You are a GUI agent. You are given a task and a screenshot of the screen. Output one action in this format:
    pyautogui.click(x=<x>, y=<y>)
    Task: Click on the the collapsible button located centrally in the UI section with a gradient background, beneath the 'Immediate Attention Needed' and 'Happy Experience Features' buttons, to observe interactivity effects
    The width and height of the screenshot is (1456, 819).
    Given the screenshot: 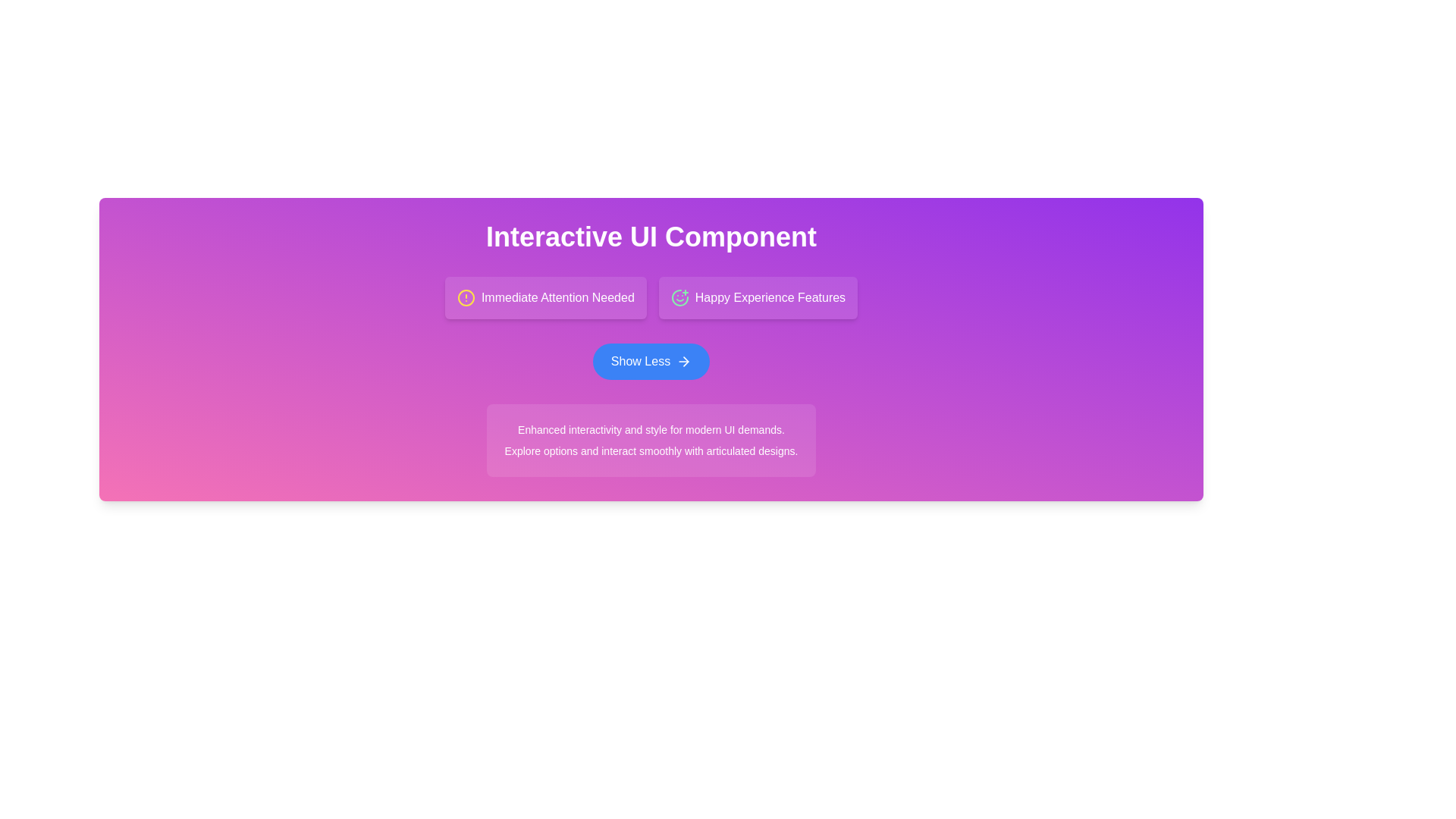 What is the action you would take?
    pyautogui.click(x=651, y=362)
    